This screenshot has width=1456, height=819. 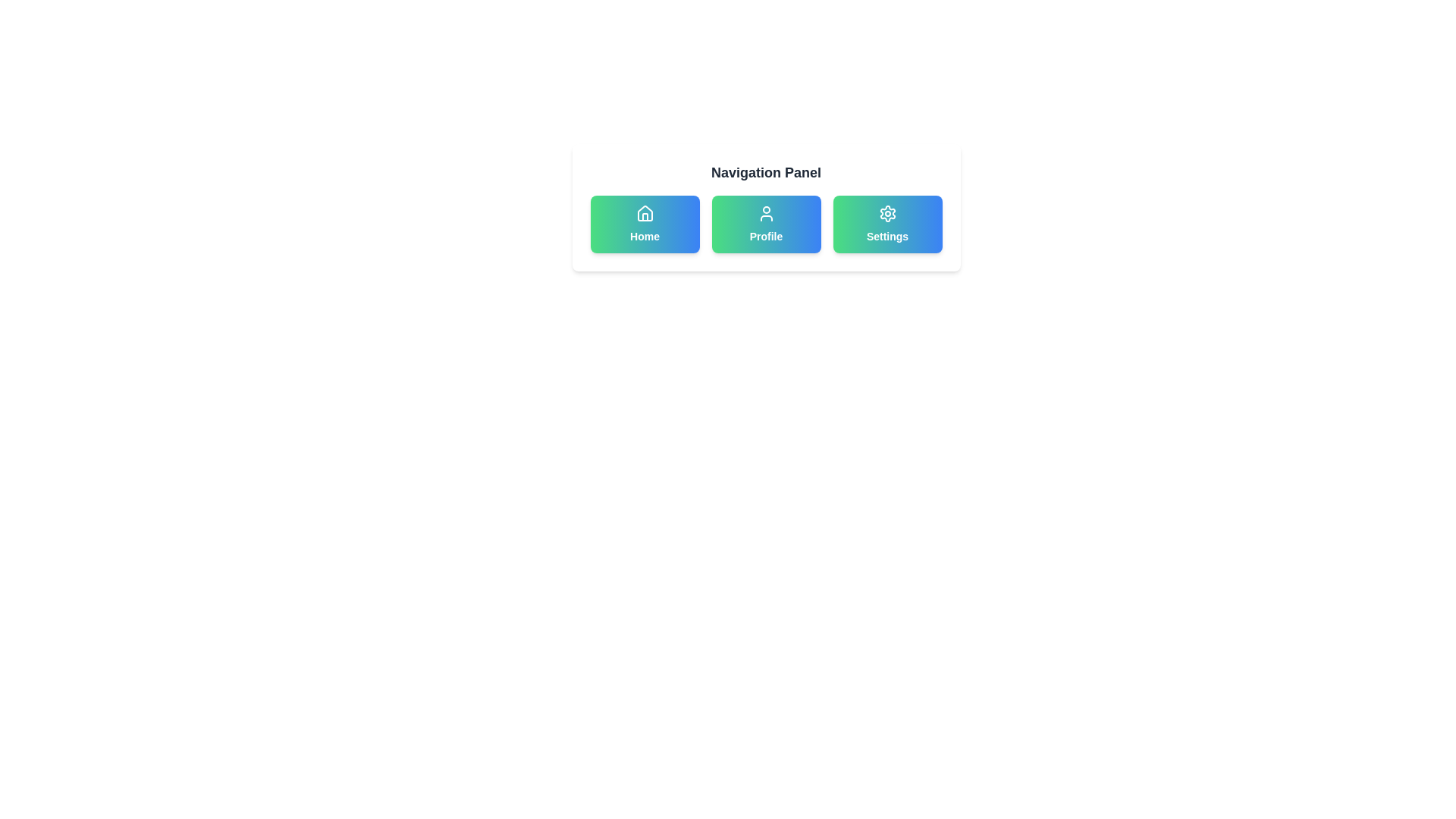 I want to click on the 'Settings' button, which is a rectangular button with a gradient background and a gear icon, so click(x=887, y=224).